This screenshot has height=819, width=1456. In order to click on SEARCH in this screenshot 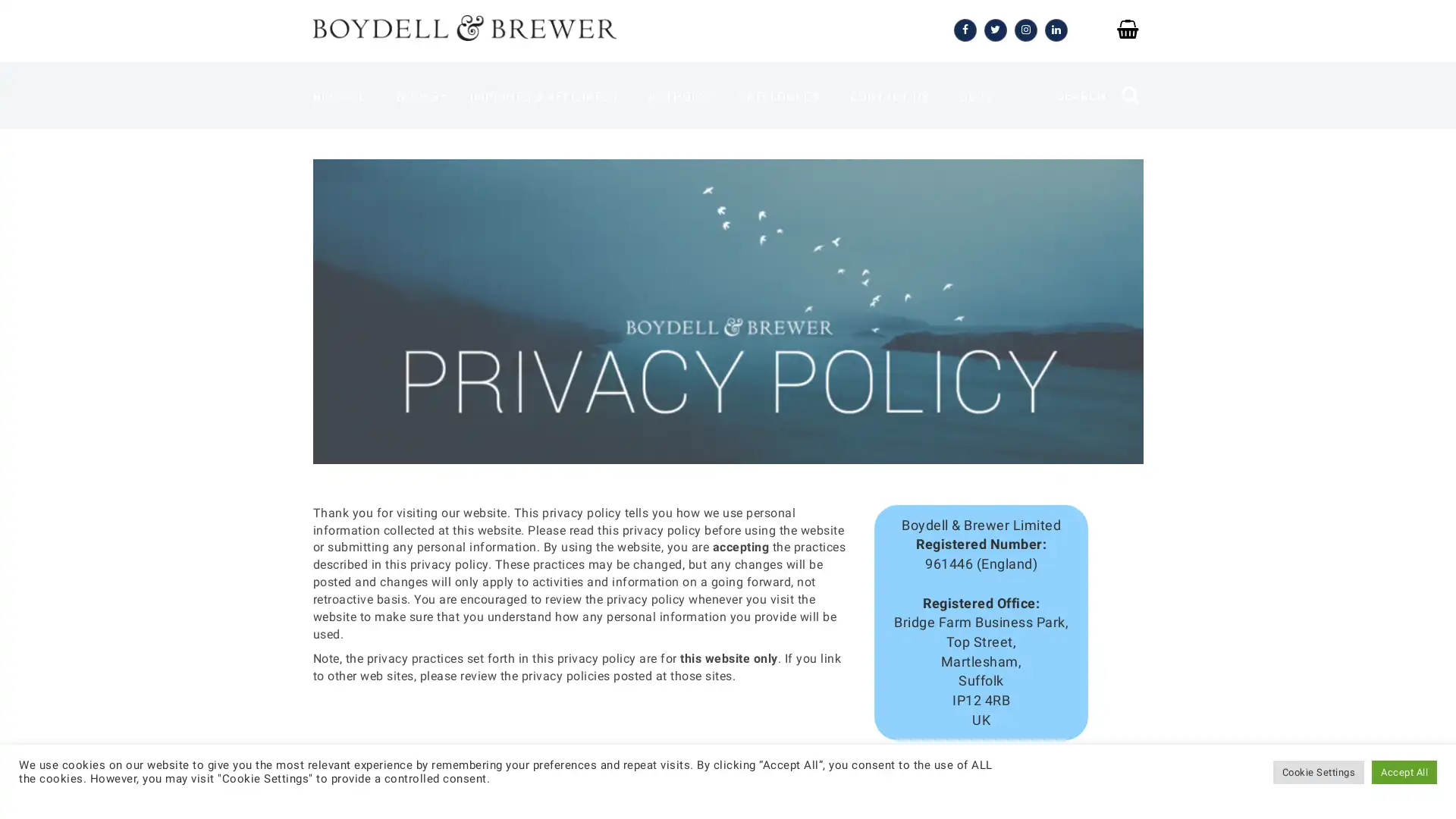, I will do `click(1099, 84)`.